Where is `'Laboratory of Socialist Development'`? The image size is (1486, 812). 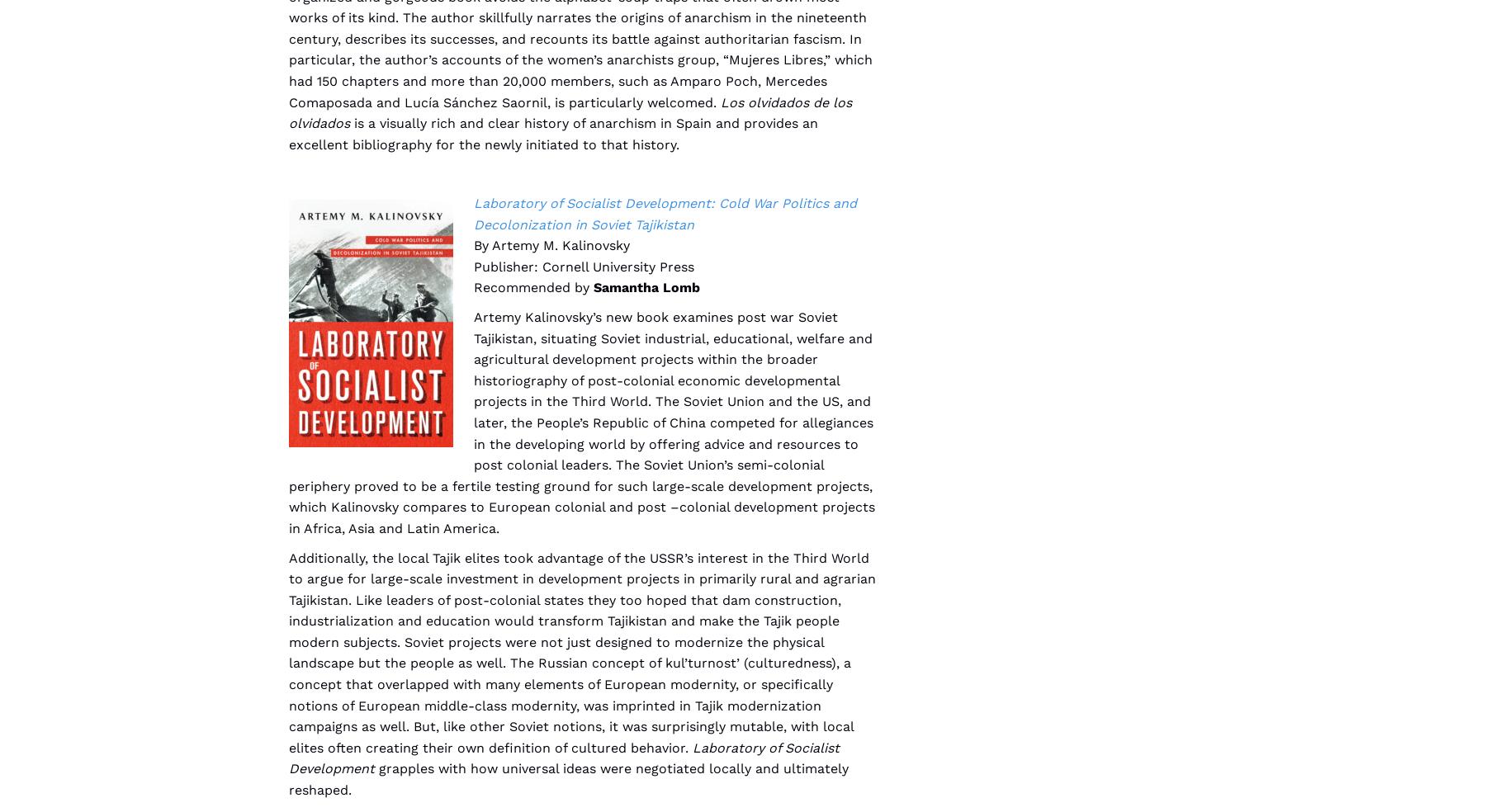 'Laboratory of Socialist Development' is located at coordinates (563, 758).